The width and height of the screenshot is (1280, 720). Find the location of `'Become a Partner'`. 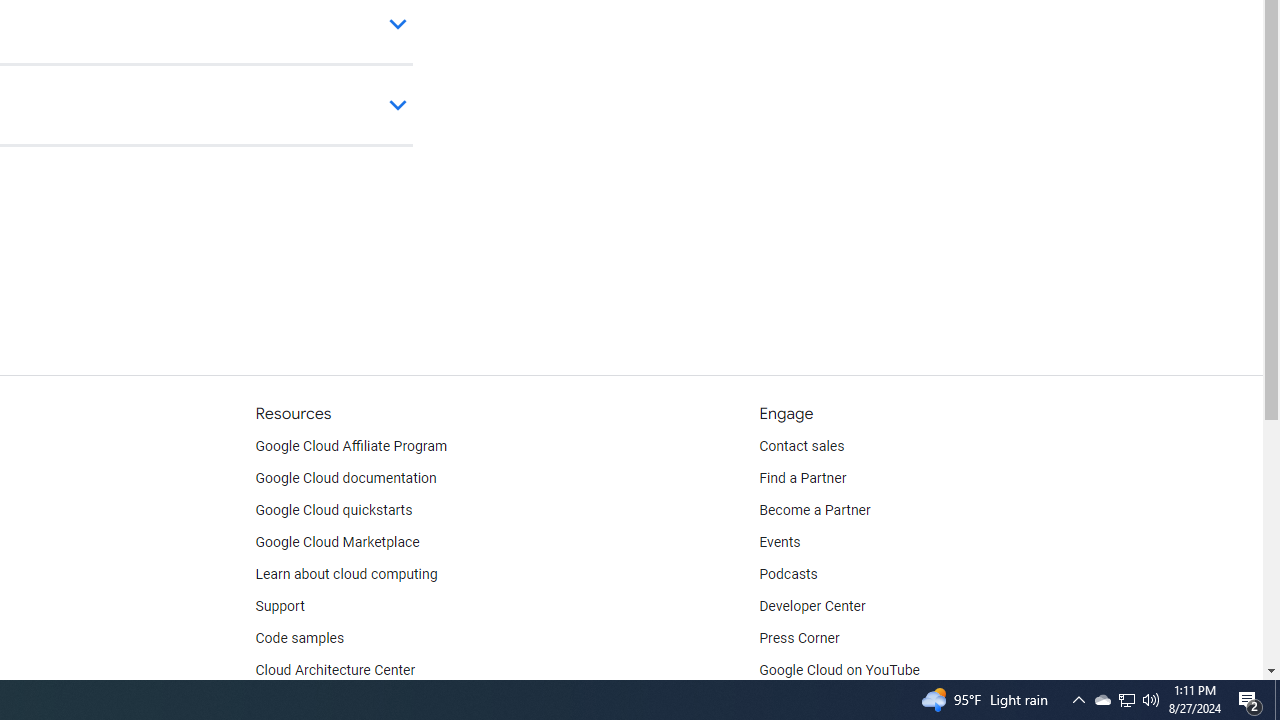

'Become a Partner' is located at coordinates (814, 510).